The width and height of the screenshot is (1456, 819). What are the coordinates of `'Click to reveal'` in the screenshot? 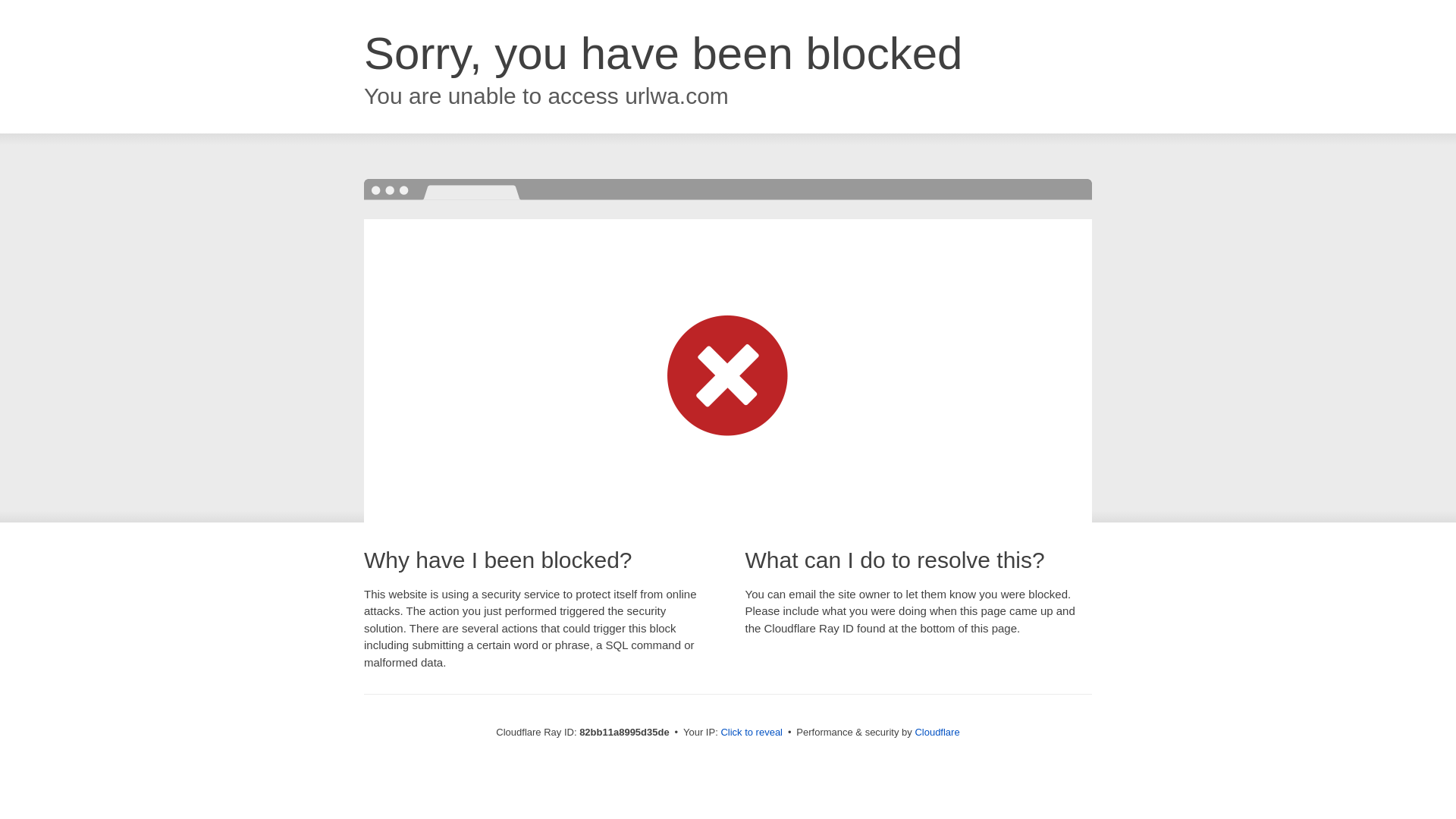 It's located at (751, 731).